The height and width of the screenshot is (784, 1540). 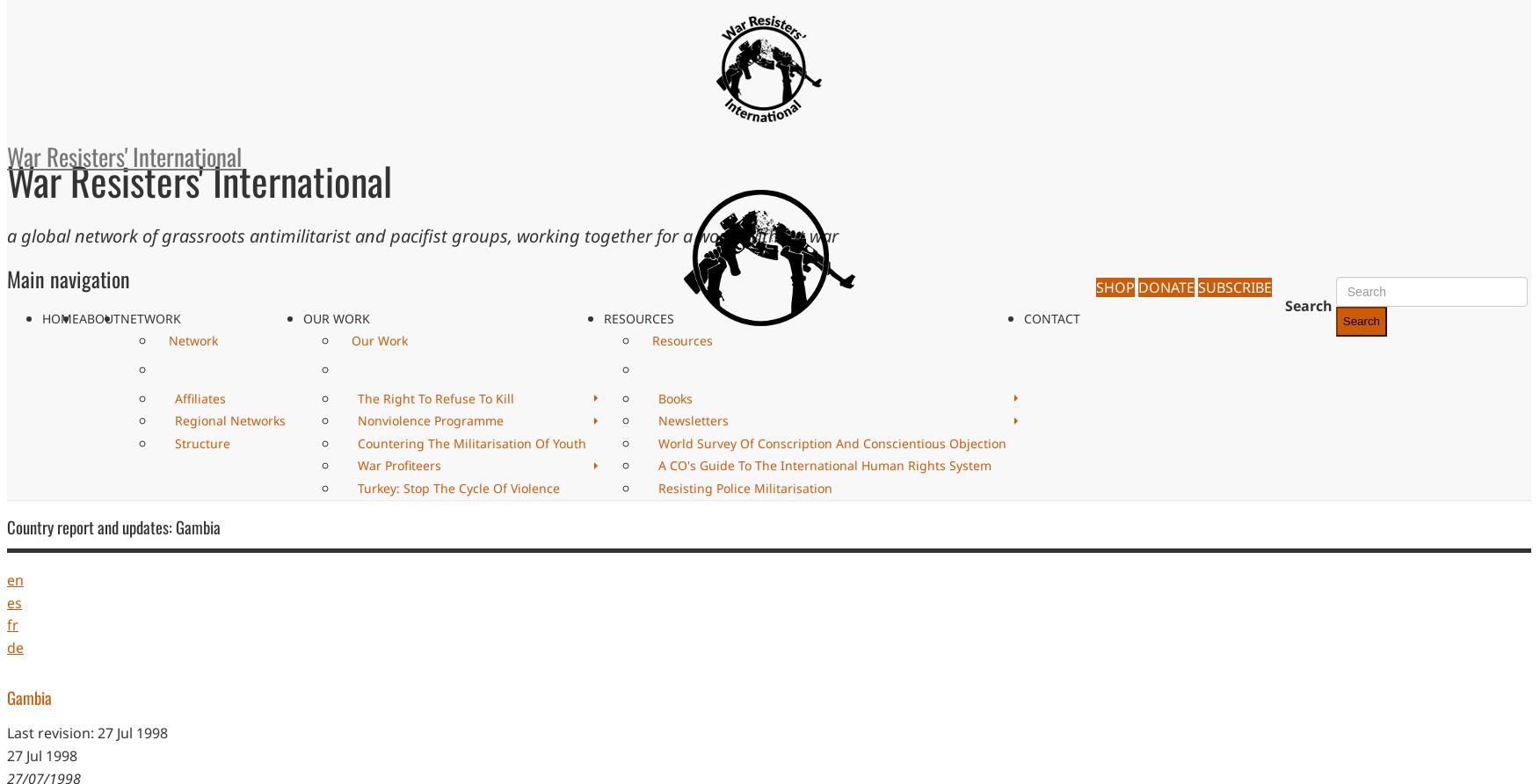 I want to click on 'es', so click(x=14, y=601).